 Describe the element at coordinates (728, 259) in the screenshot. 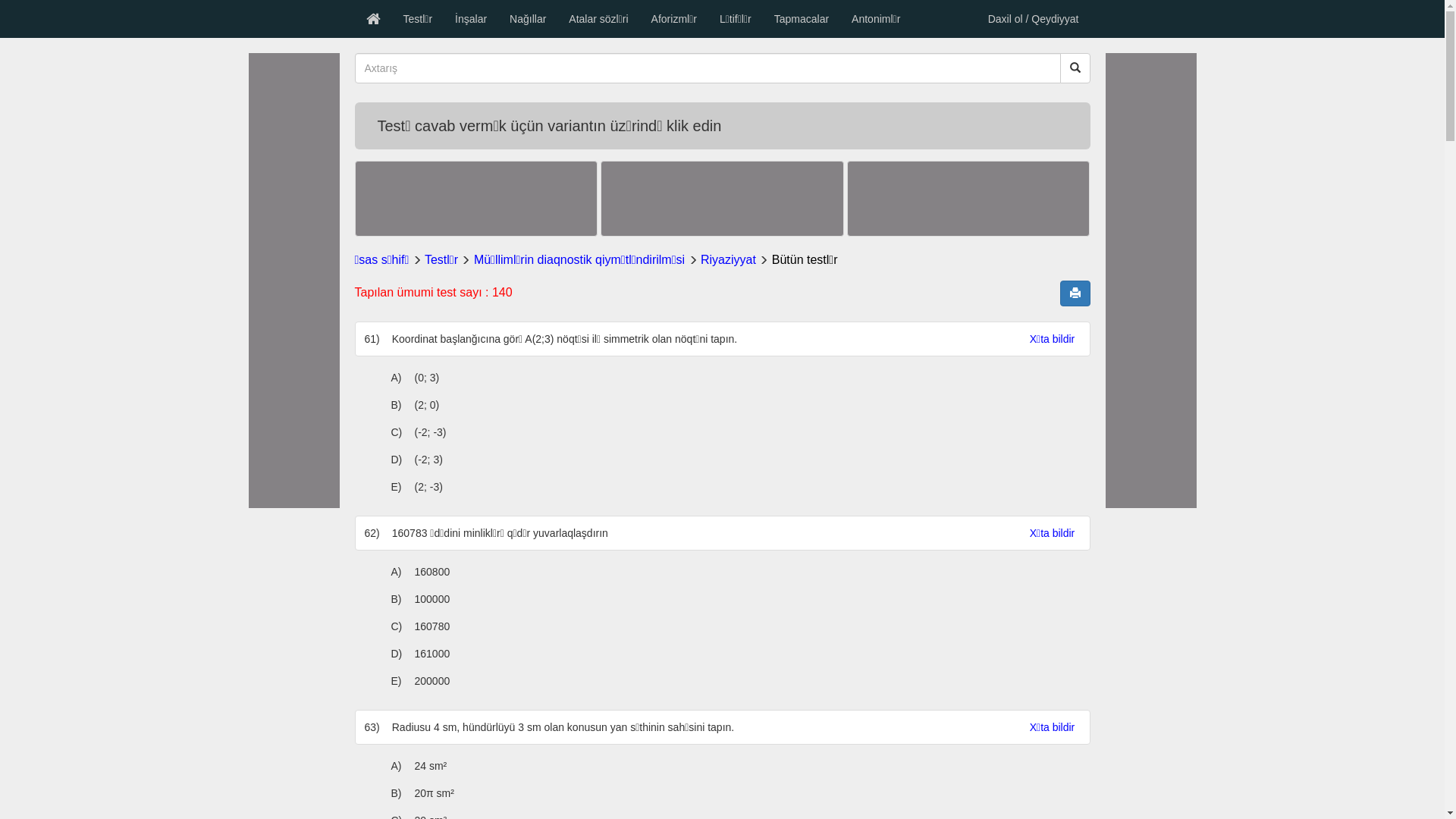

I see `'Riyaziyyat'` at that location.